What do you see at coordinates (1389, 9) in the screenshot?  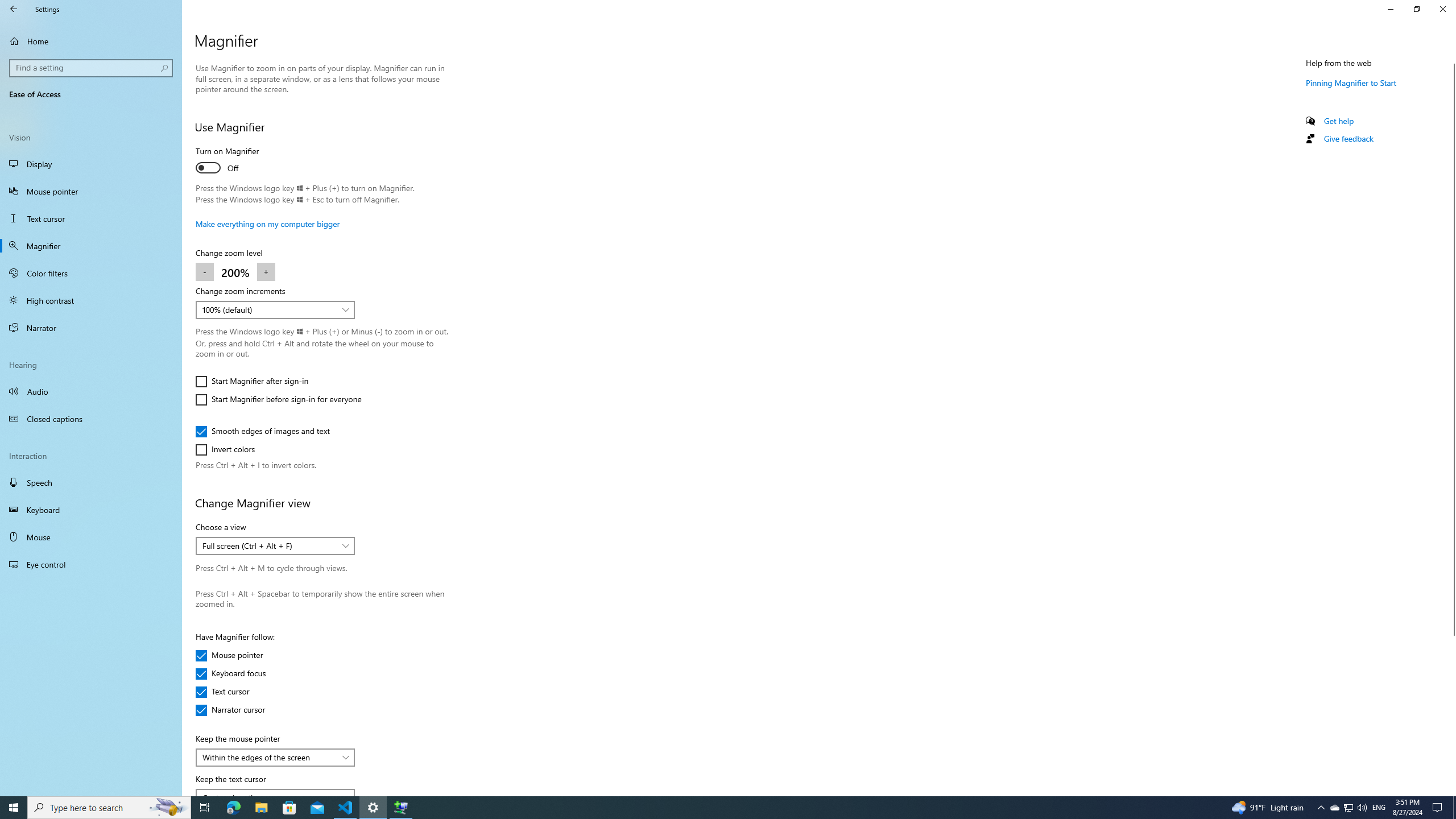 I see `'Minimize Settings'` at bounding box center [1389, 9].